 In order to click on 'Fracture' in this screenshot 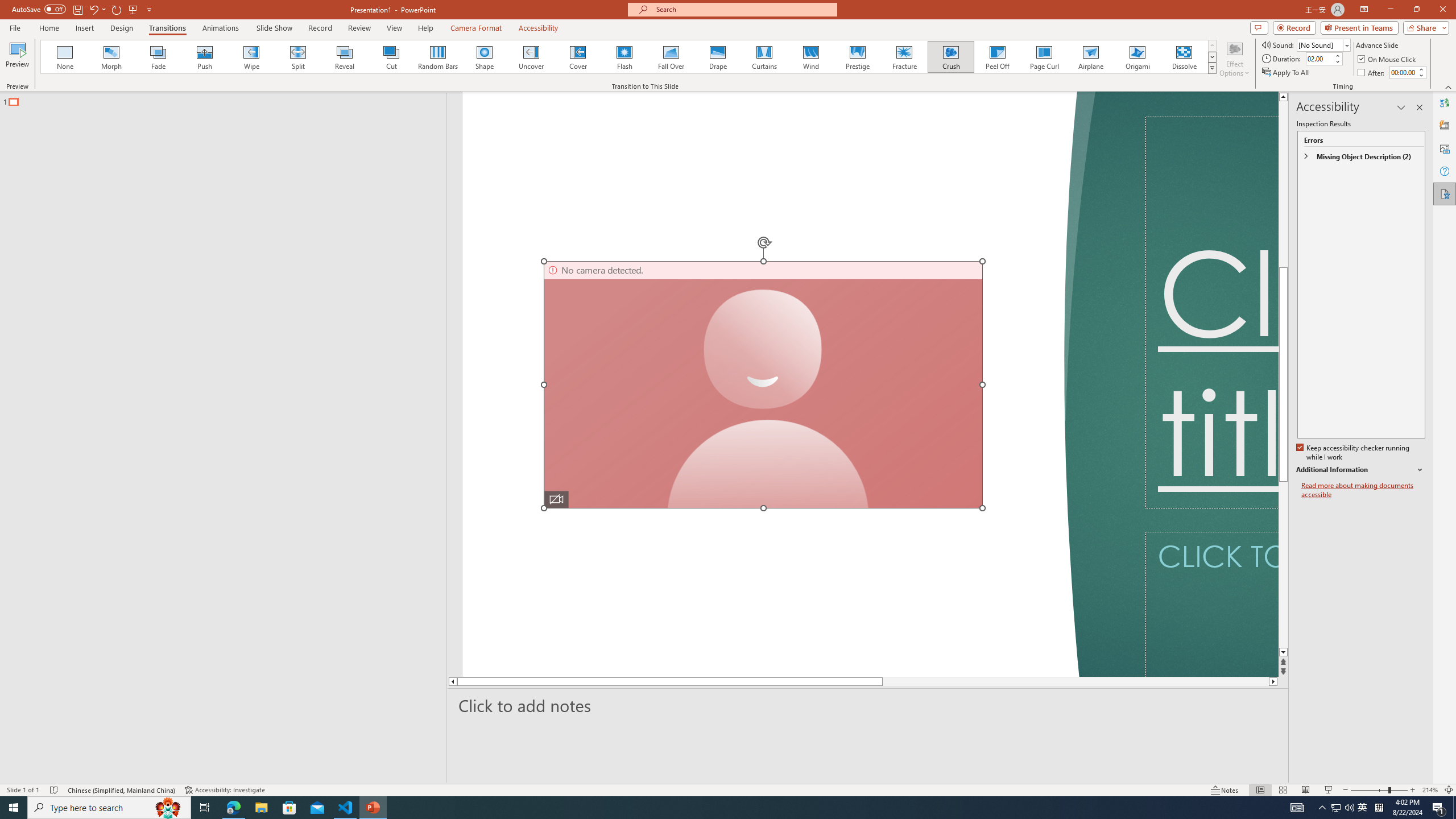, I will do `click(904, 56)`.